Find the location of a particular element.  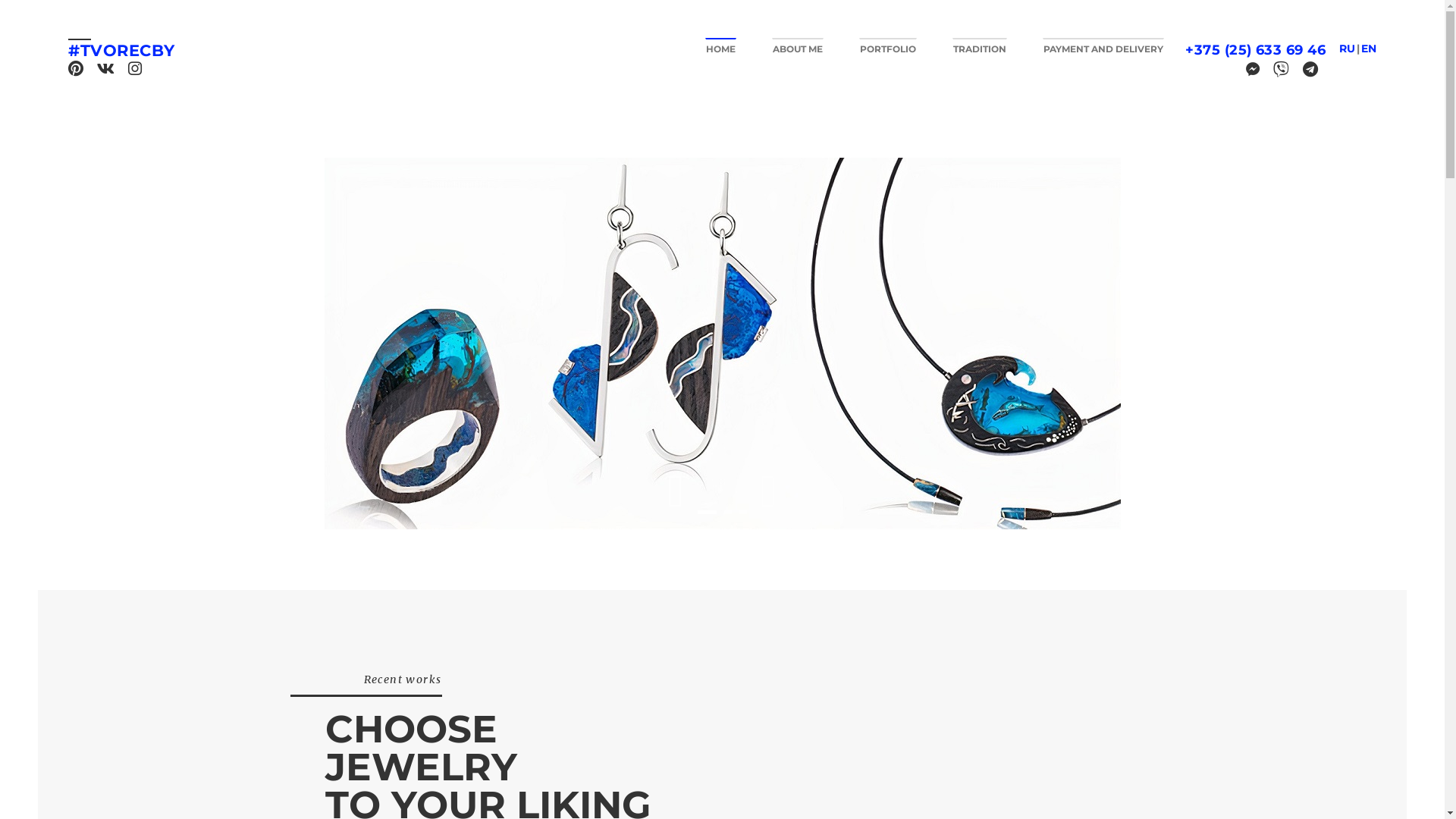

'PORTFOLIO' is located at coordinates (858, 45).